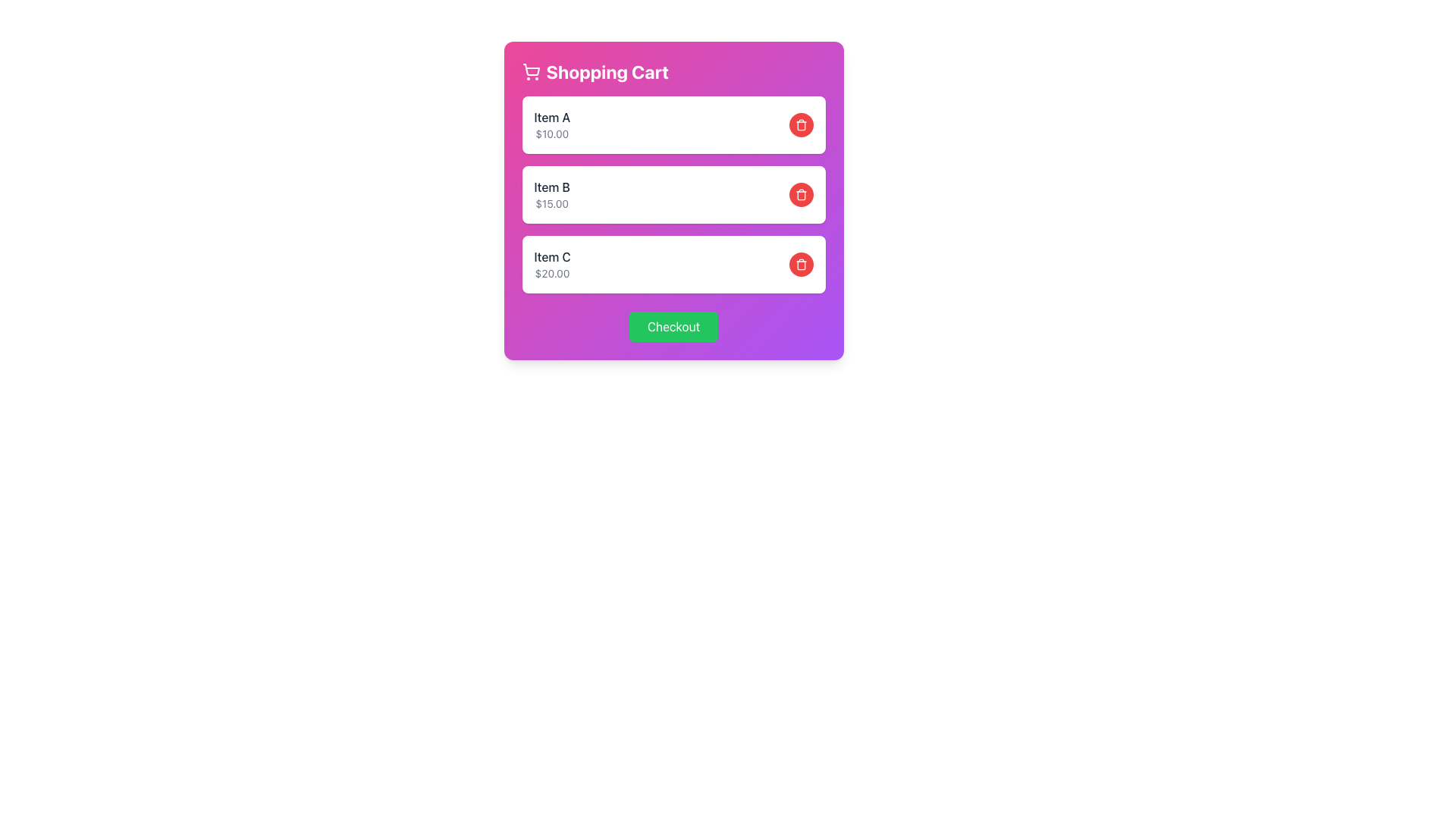 The height and width of the screenshot is (819, 1456). Describe the element at coordinates (800, 194) in the screenshot. I see `the trash bin icon button with a red circular background located to the right of 'Item B' in the shopping cart` at that location.